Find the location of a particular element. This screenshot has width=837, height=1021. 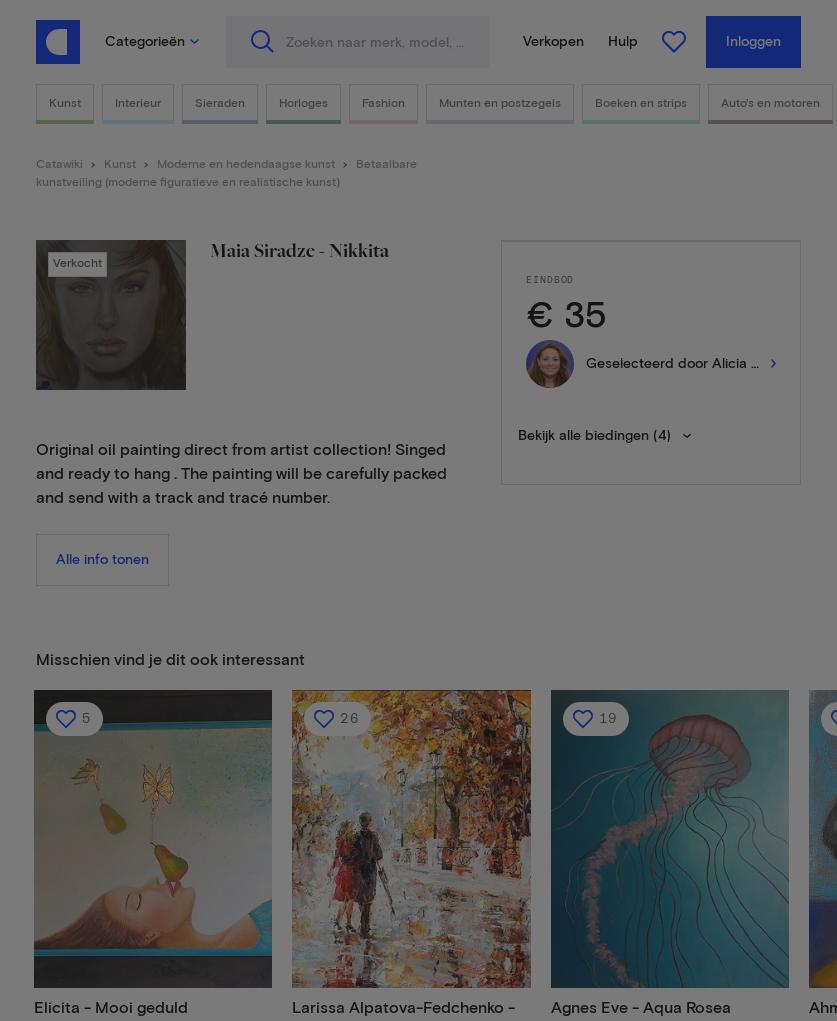

'Geselecteerd door Alicia Cano Fraile' is located at coordinates (704, 363).